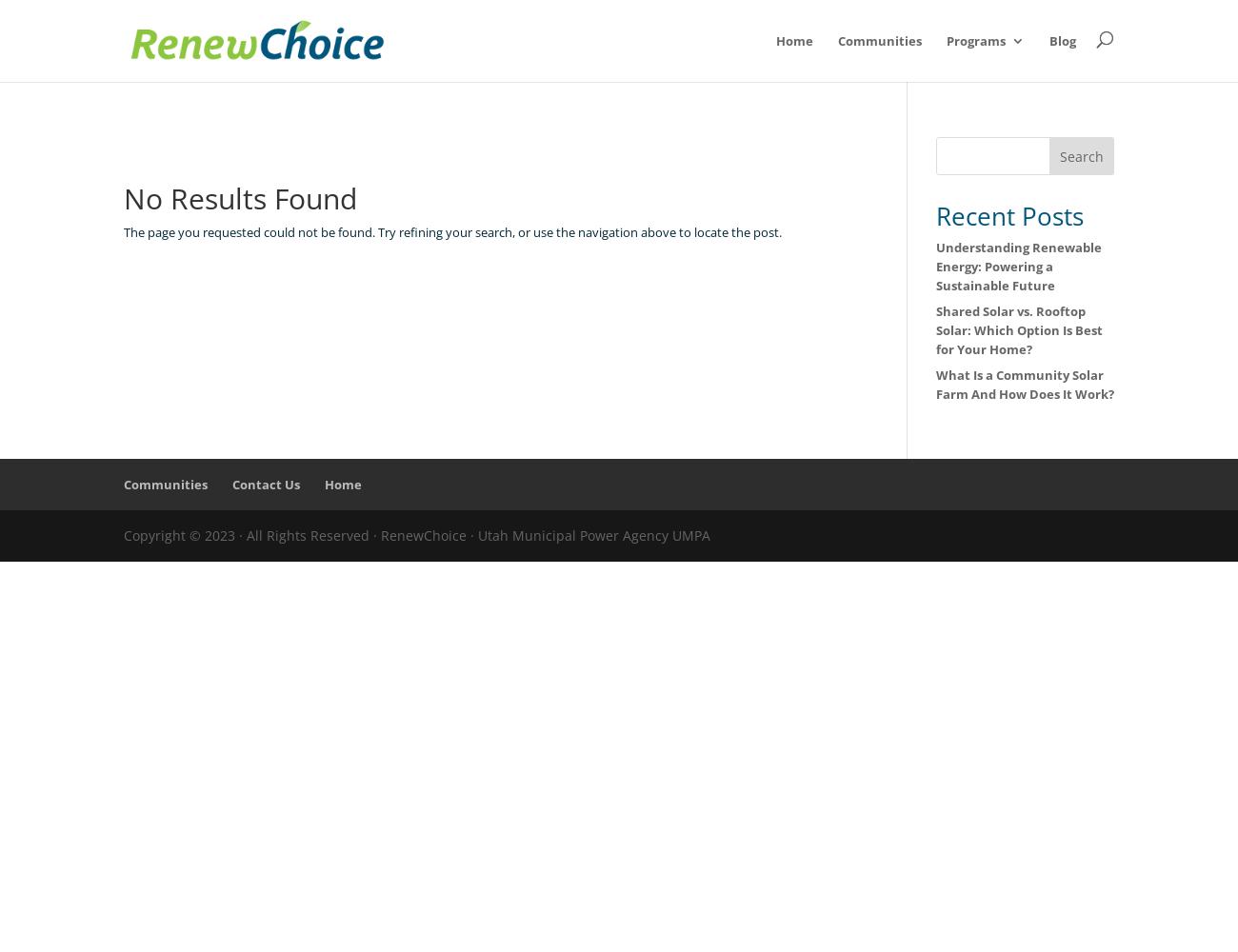  I want to click on 'What Is a Community Solar Farm And How Does It Work?', so click(934, 385).